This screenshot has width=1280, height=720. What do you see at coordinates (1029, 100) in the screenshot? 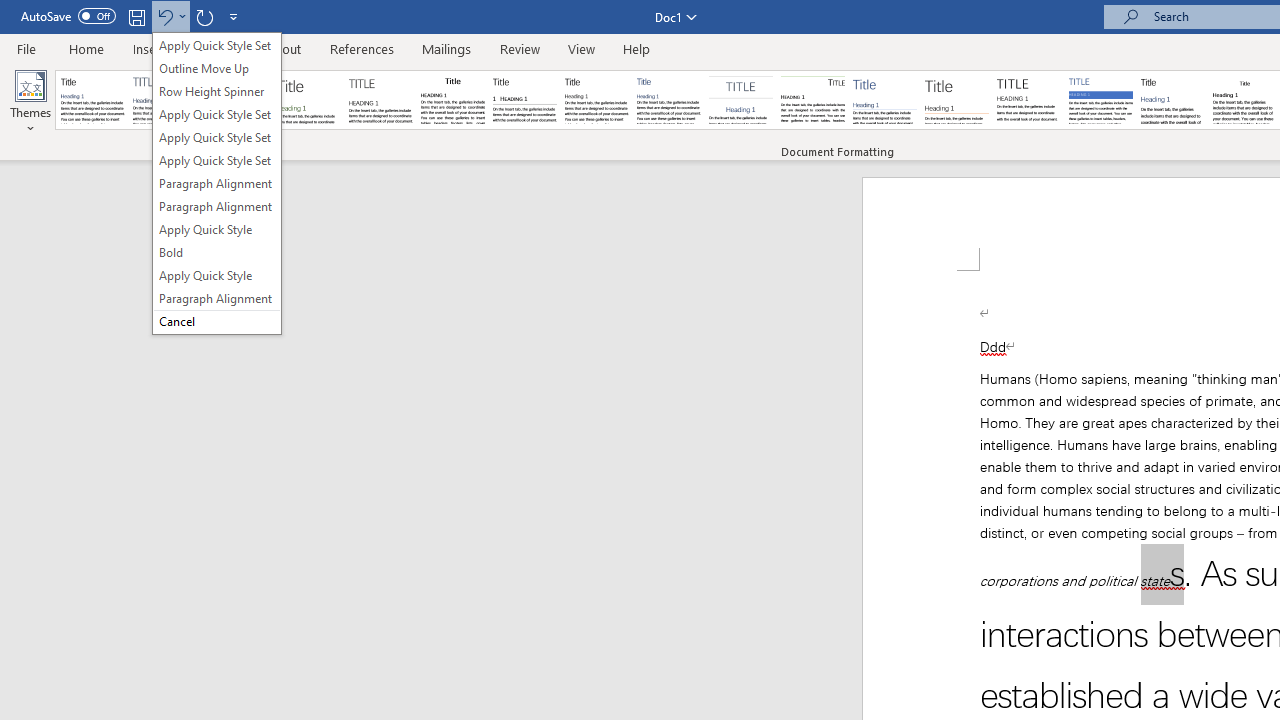
I see `'Minimalist'` at bounding box center [1029, 100].